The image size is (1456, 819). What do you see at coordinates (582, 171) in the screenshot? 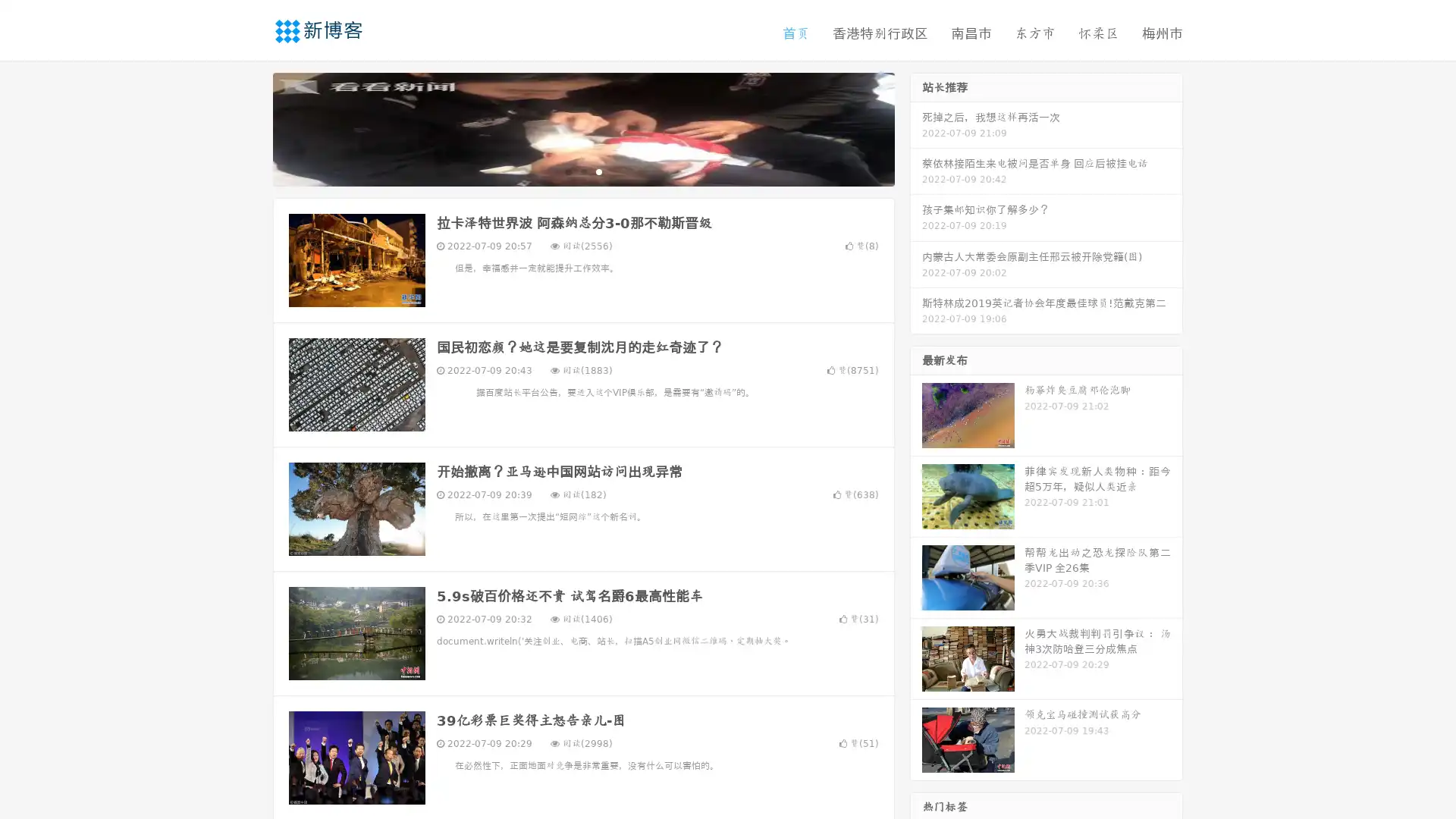
I see `Go to slide 2` at bounding box center [582, 171].